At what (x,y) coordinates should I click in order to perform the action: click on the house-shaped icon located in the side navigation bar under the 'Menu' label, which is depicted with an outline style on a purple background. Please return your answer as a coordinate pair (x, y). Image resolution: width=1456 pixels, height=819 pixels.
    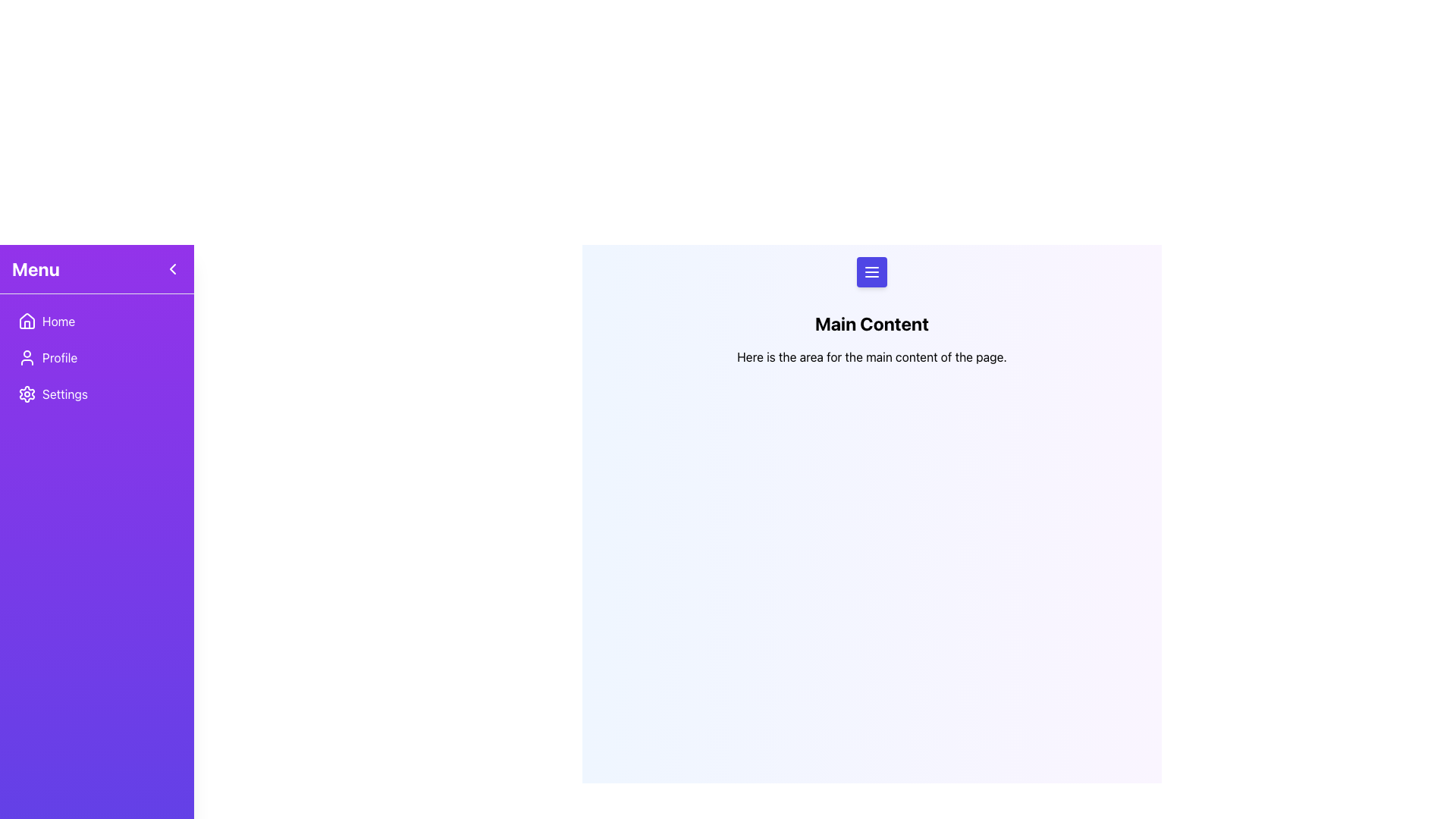
    Looking at the image, I should click on (27, 321).